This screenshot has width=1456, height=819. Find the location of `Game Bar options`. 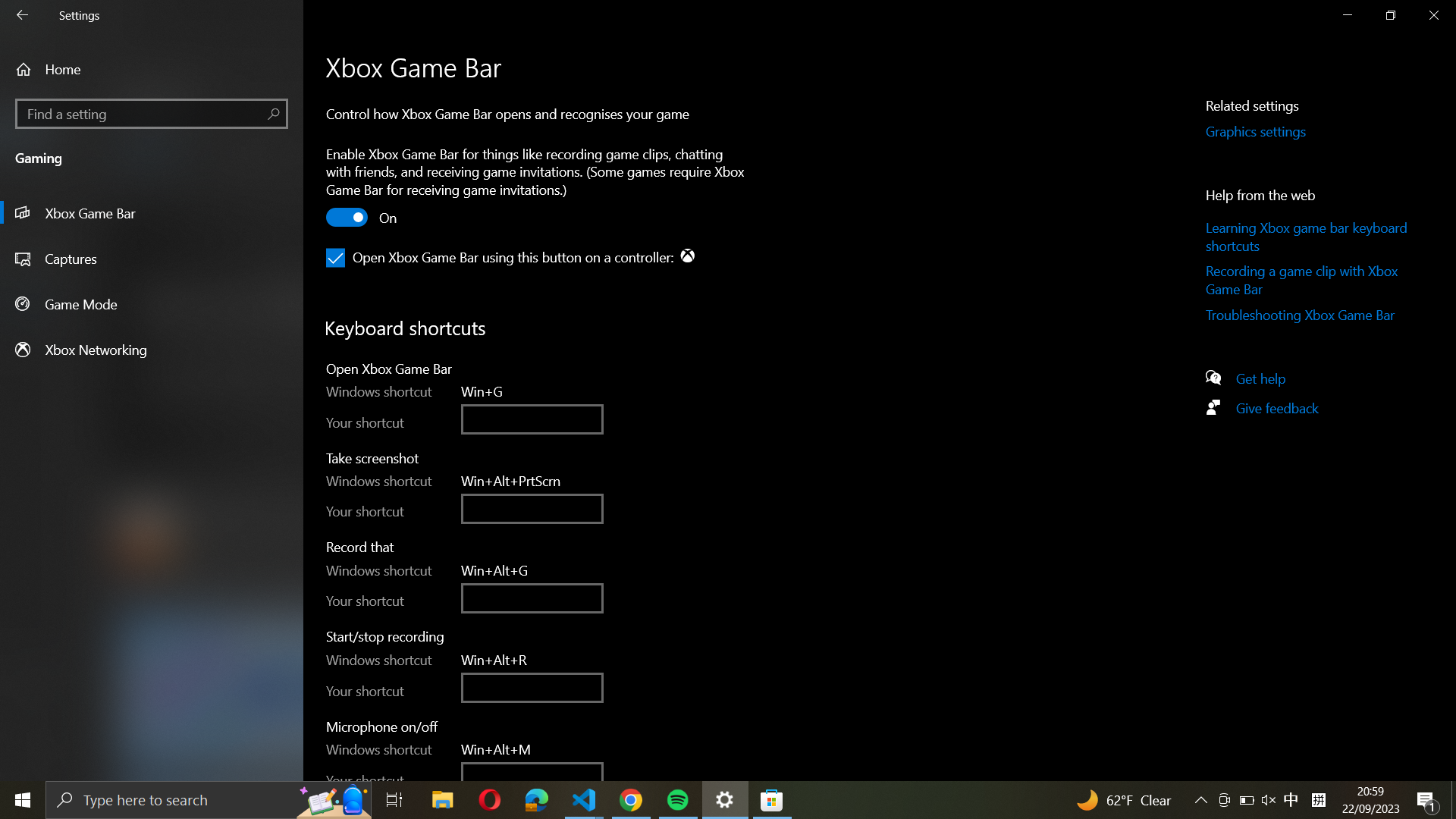

Game Bar options is located at coordinates (150, 213).